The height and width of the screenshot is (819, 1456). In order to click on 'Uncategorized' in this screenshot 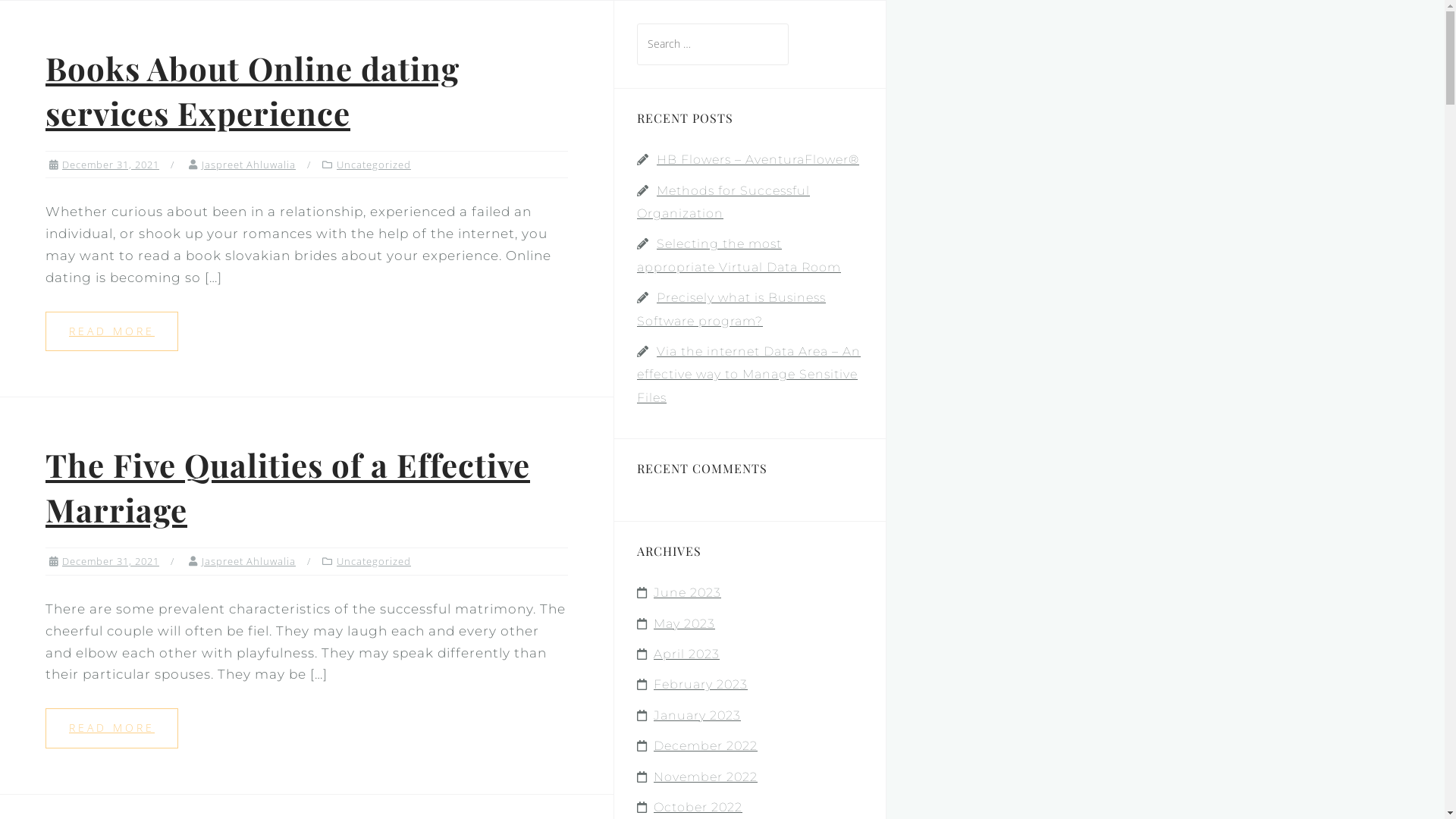, I will do `click(374, 164)`.